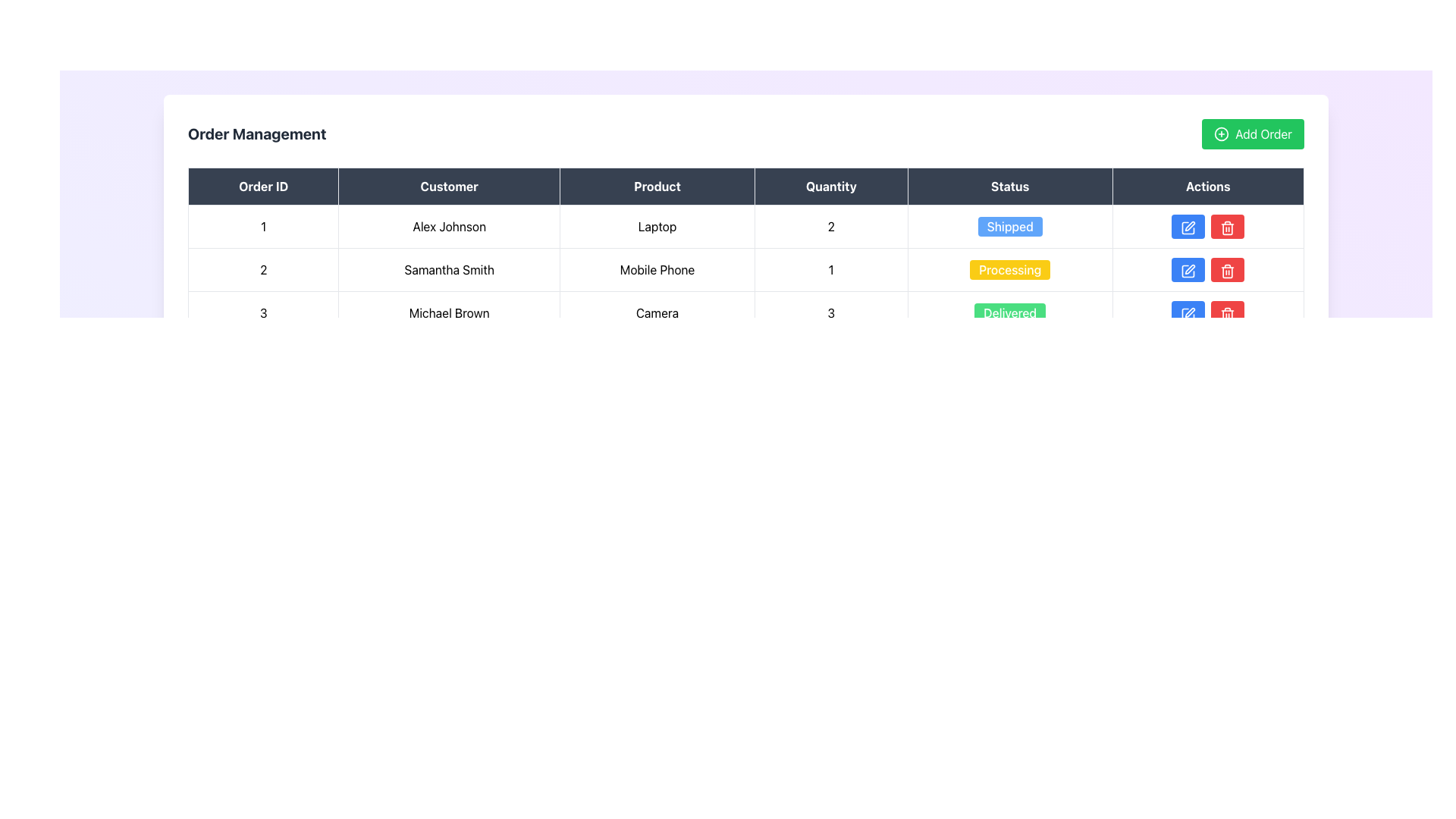  What do you see at coordinates (1189, 268) in the screenshot?
I see `the decorative icon located near the center-right of the 'Actions' column in the second row of the table` at bounding box center [1189, 268].